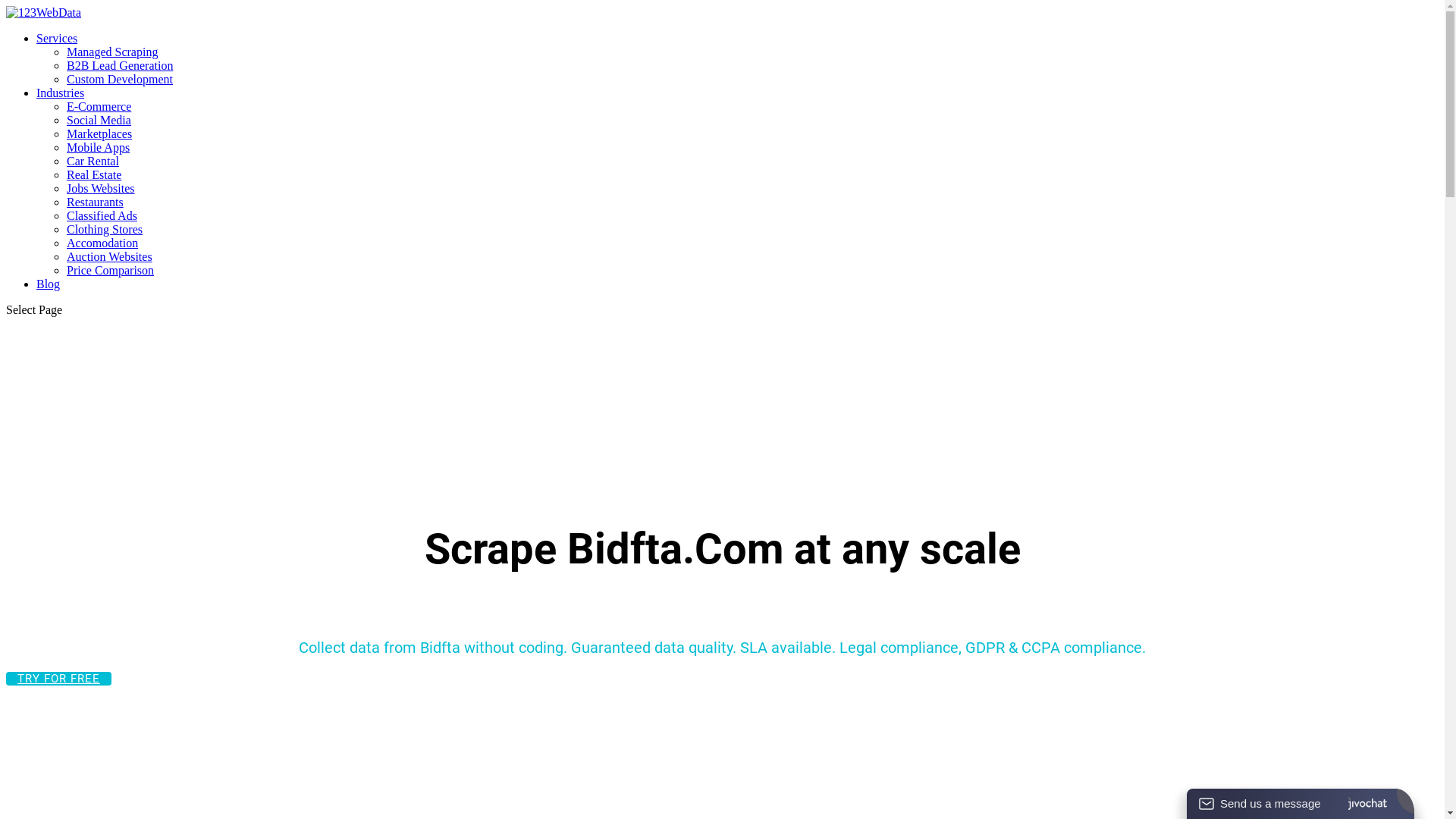 This screenshot has width=1456, height=819. I want to click on 'Restaurants', so click(94, 201).